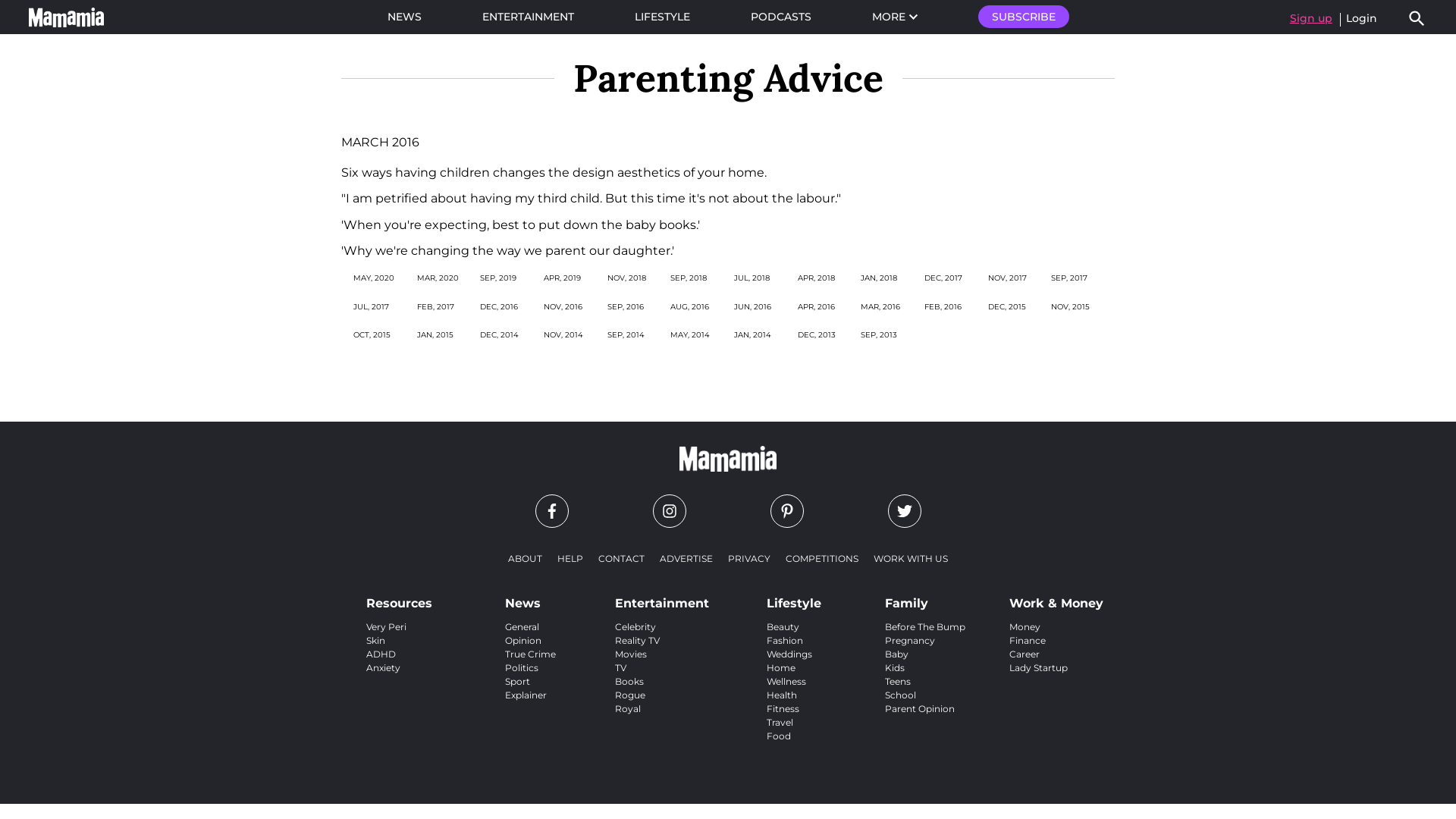  I want to click on 'Opinion', so click(523, 640).